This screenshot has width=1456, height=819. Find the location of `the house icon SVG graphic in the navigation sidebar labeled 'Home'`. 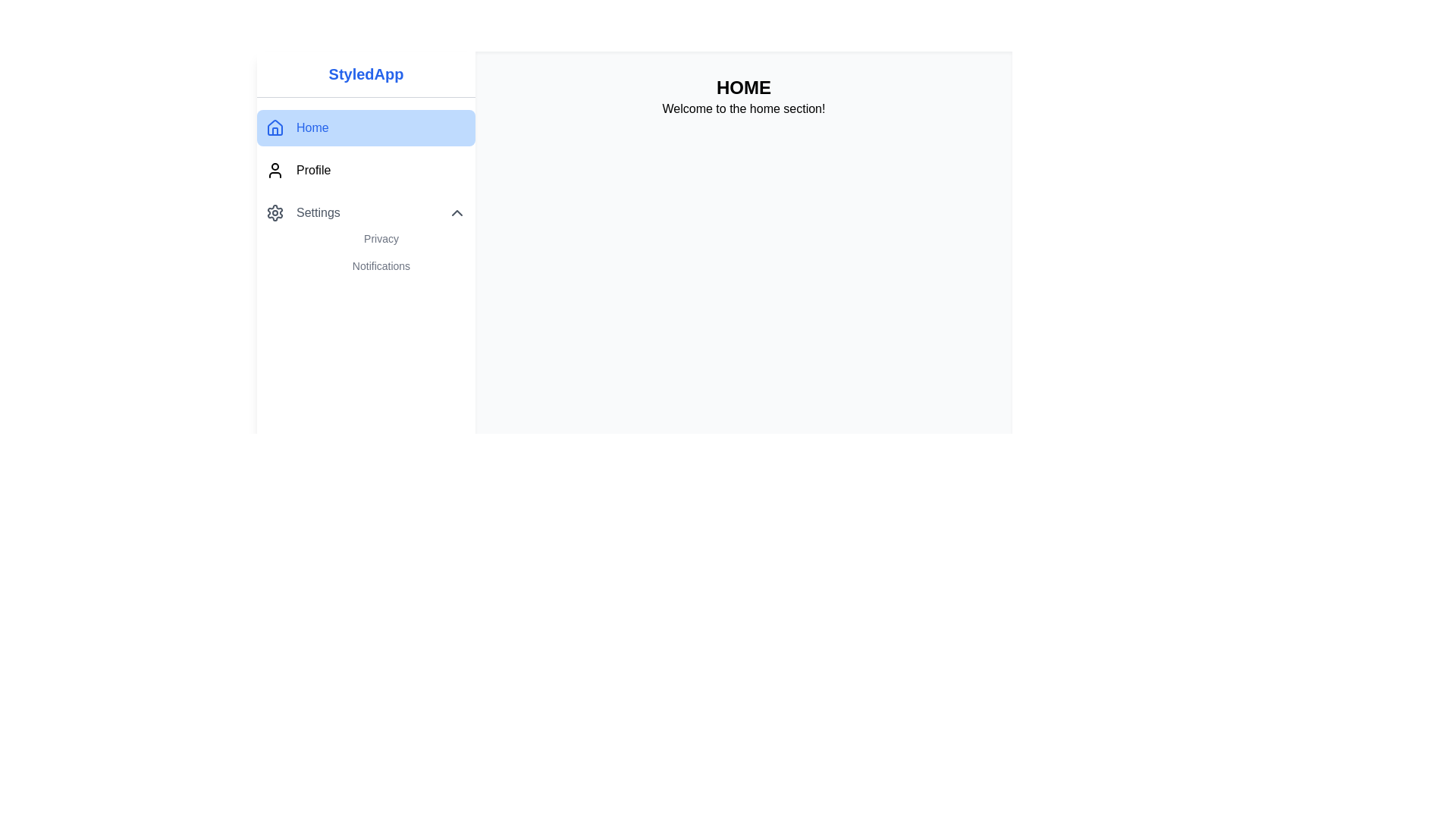

the house icon SVG graphic in the navigation sidebar labeled 'Home' is located at coordinates (275, 127).